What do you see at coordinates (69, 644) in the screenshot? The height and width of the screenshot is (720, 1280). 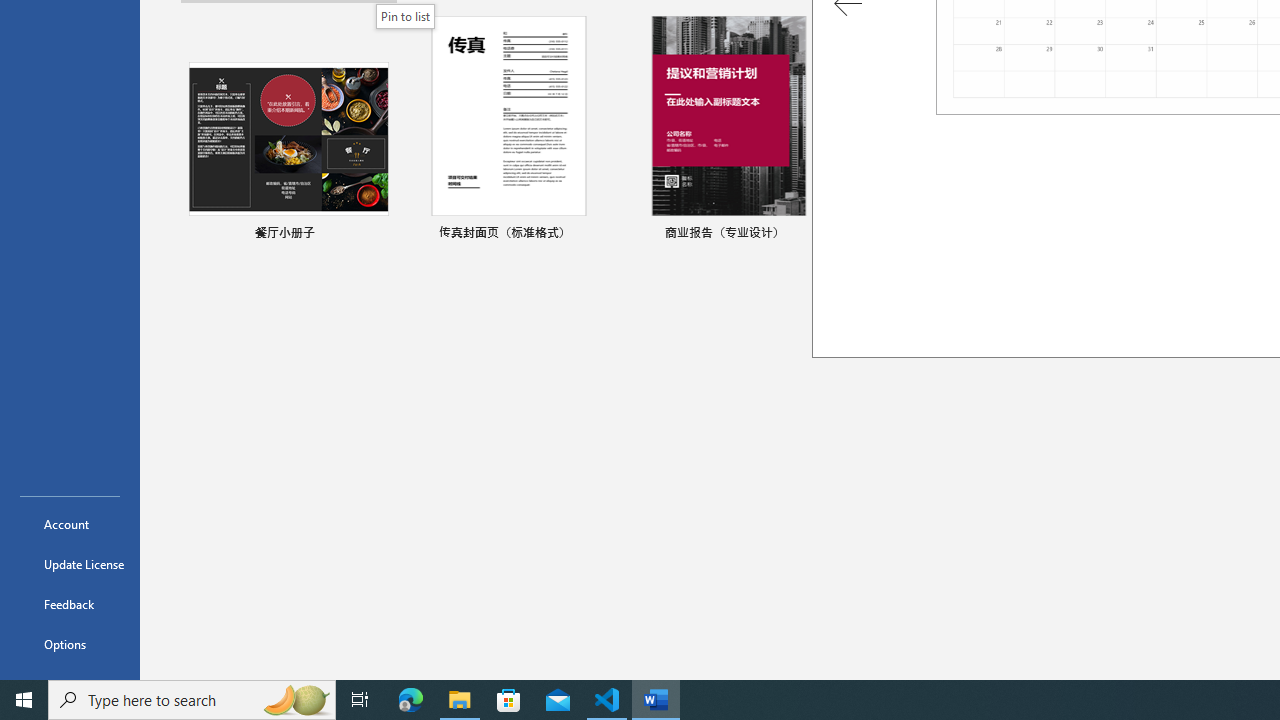 I see `'Options'` at bounding box center [69, 644].